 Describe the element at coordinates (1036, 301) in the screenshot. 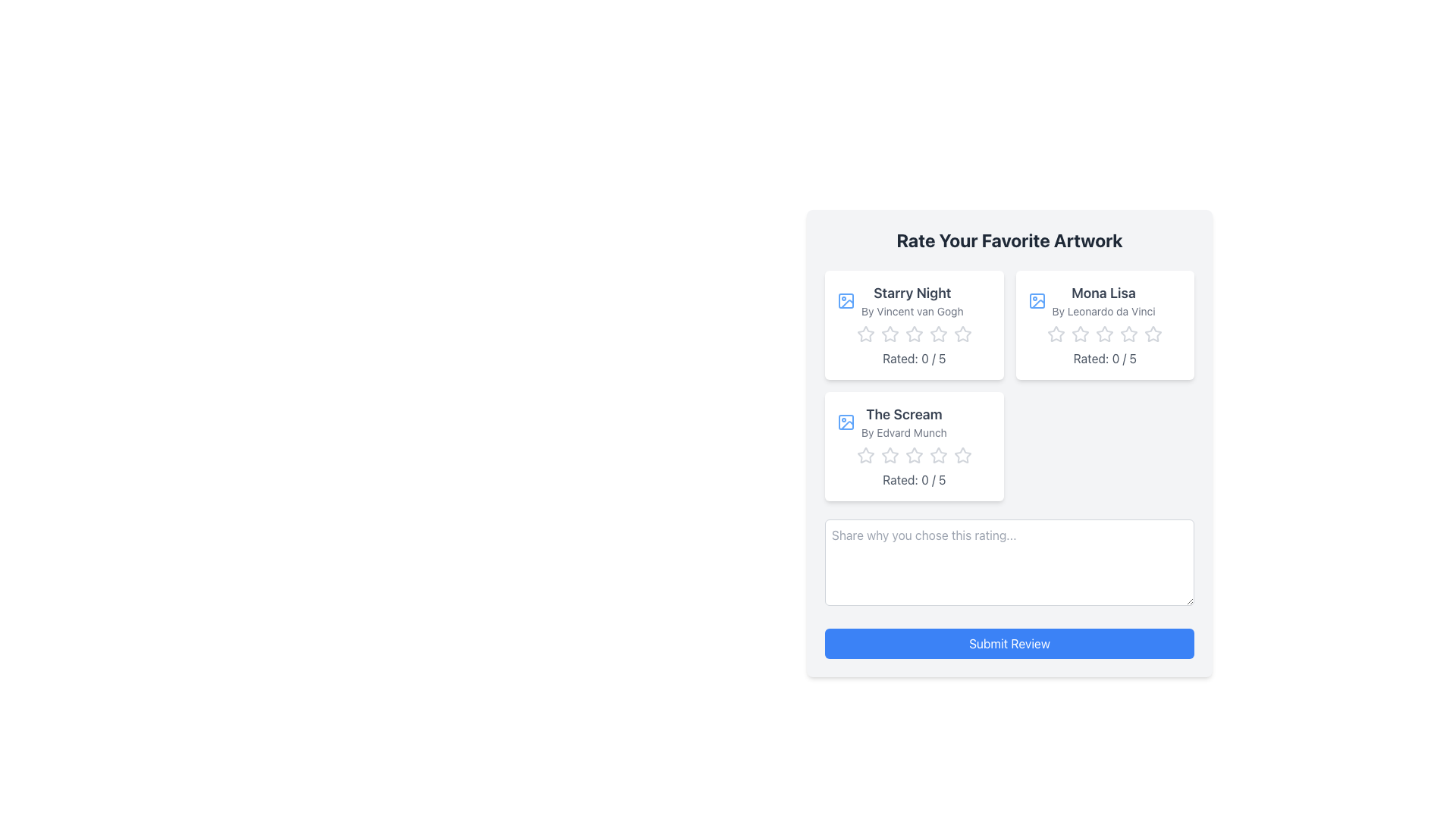

I see `the blue icon depicting an image with a thin outlined square and a circular detail, located to the left of the text 'Mona Lisa' and 'By Leonardo da Vinci'` at that location.